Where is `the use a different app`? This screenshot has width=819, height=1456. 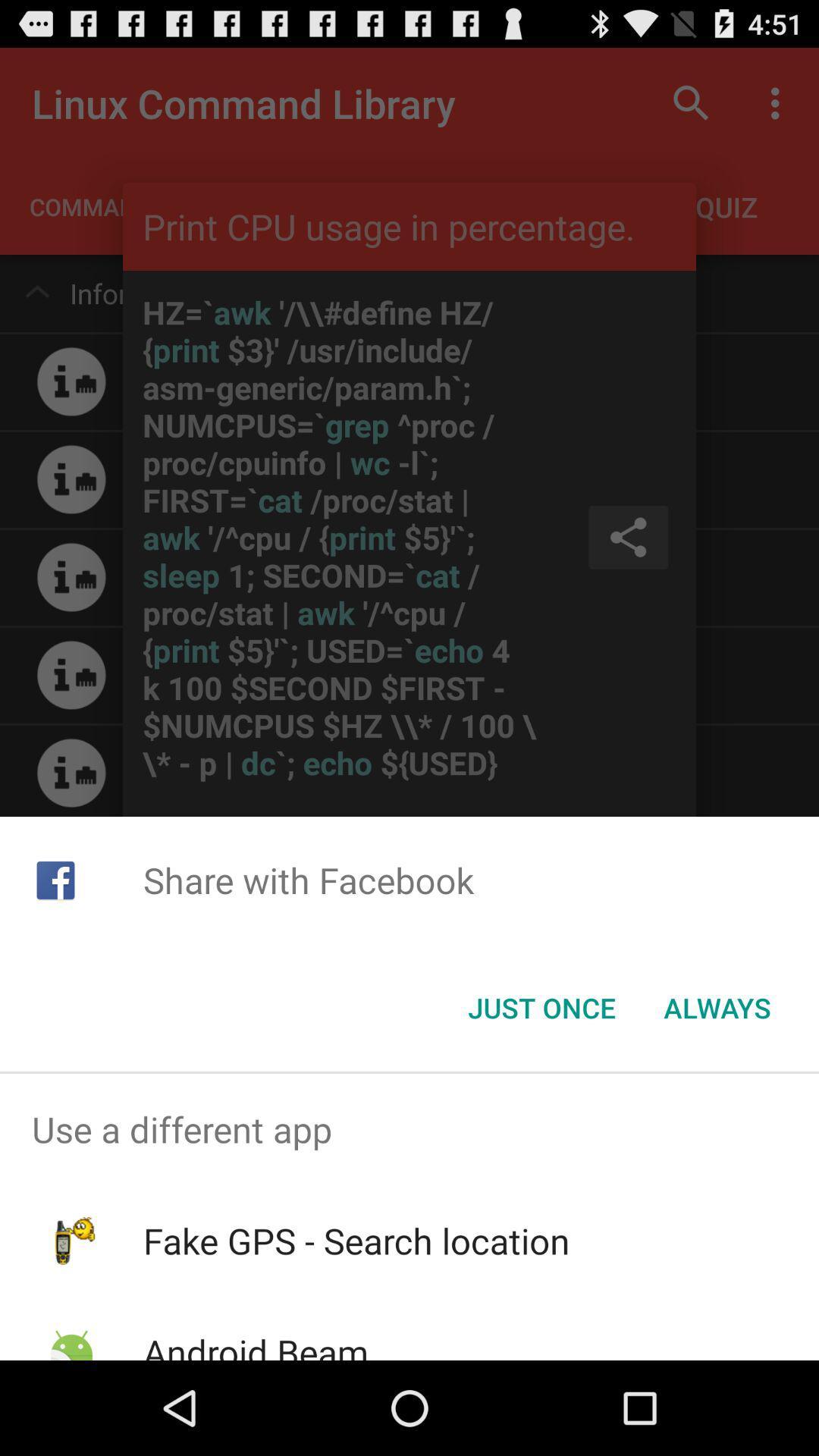
the use a different app is located at coordinates (409, 1129).